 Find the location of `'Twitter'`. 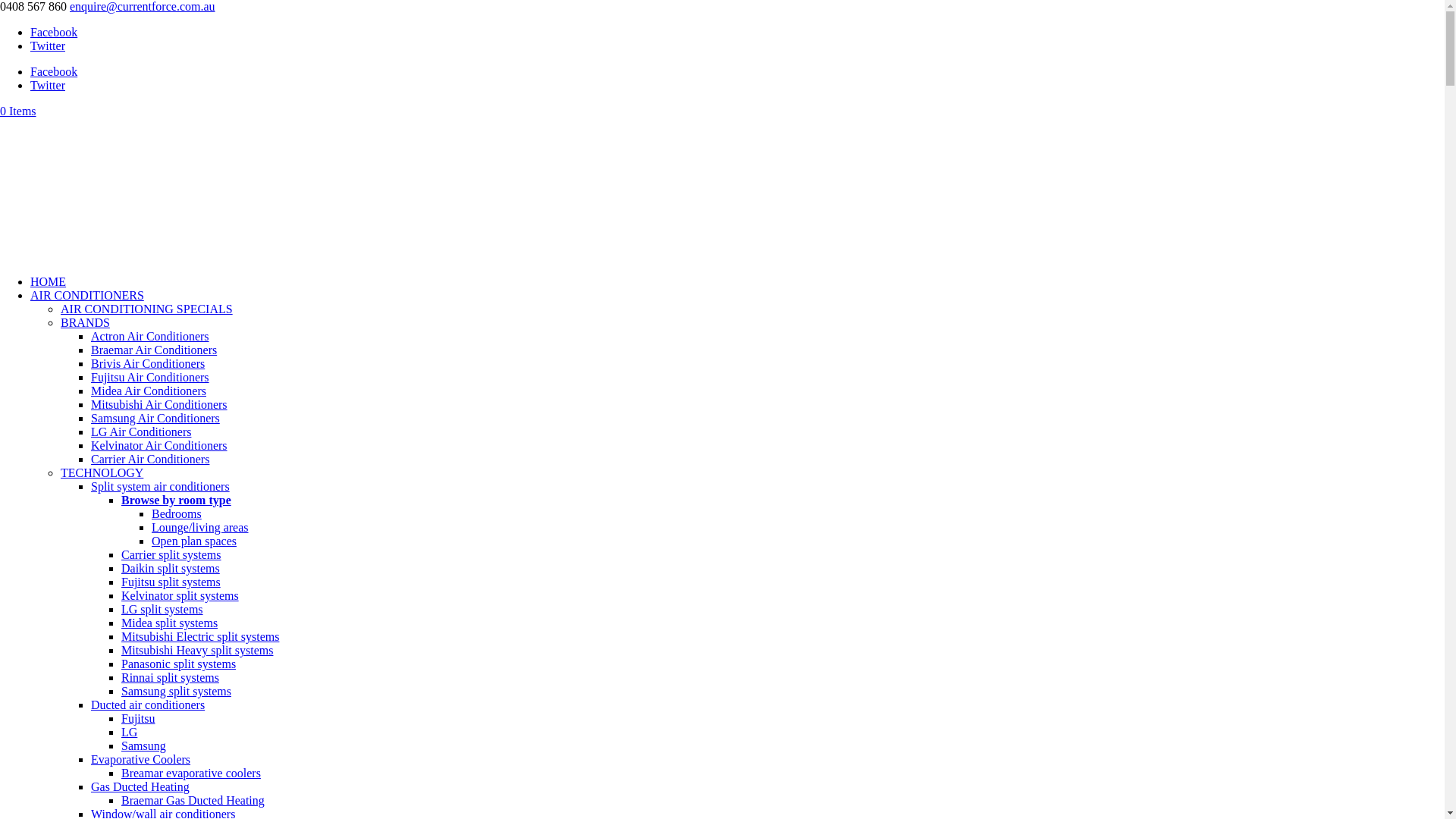

'Twitter' is located at coordinates (47, 85).